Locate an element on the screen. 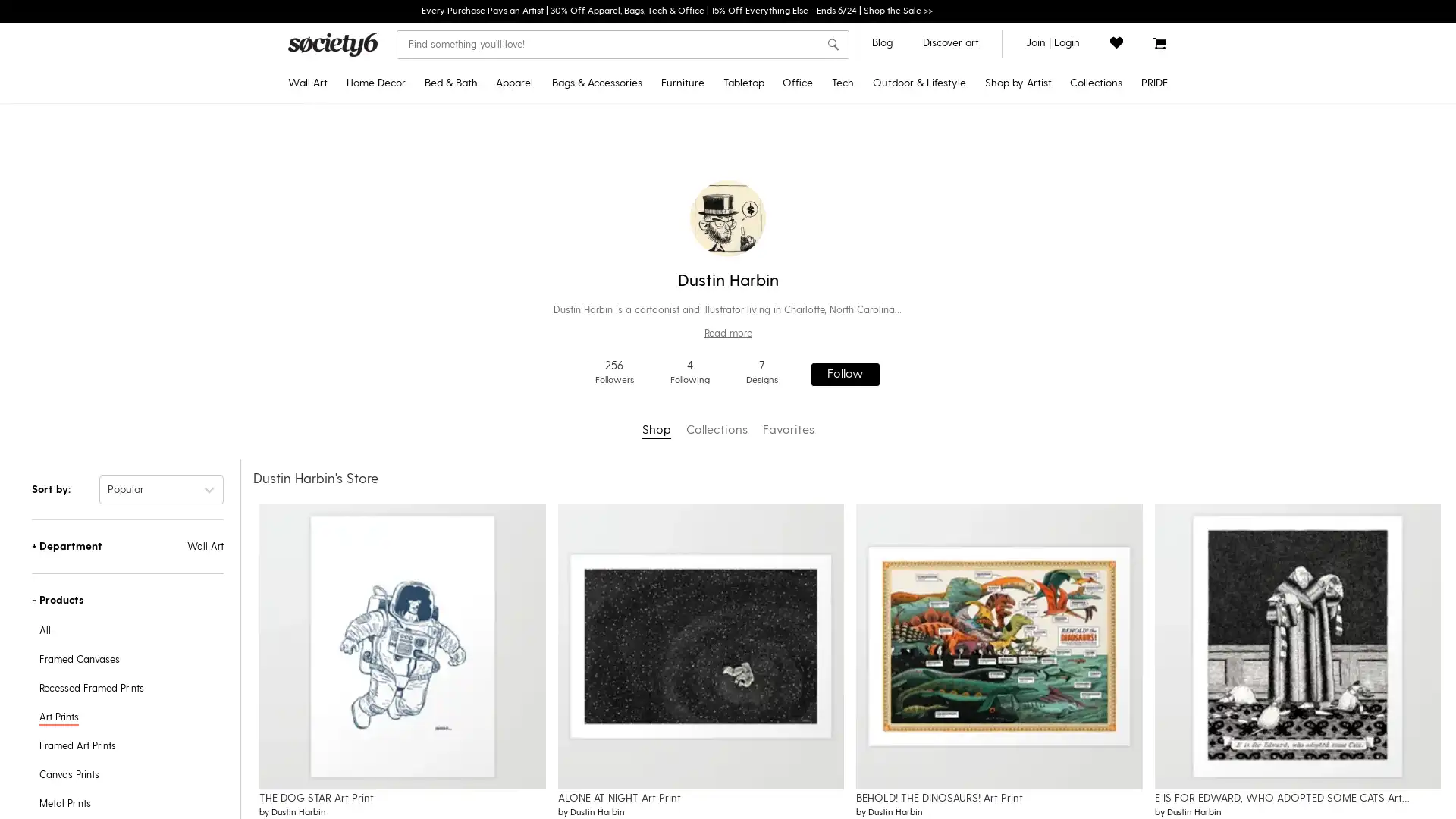  Throw Blankets is located at coordinates (404, 219).